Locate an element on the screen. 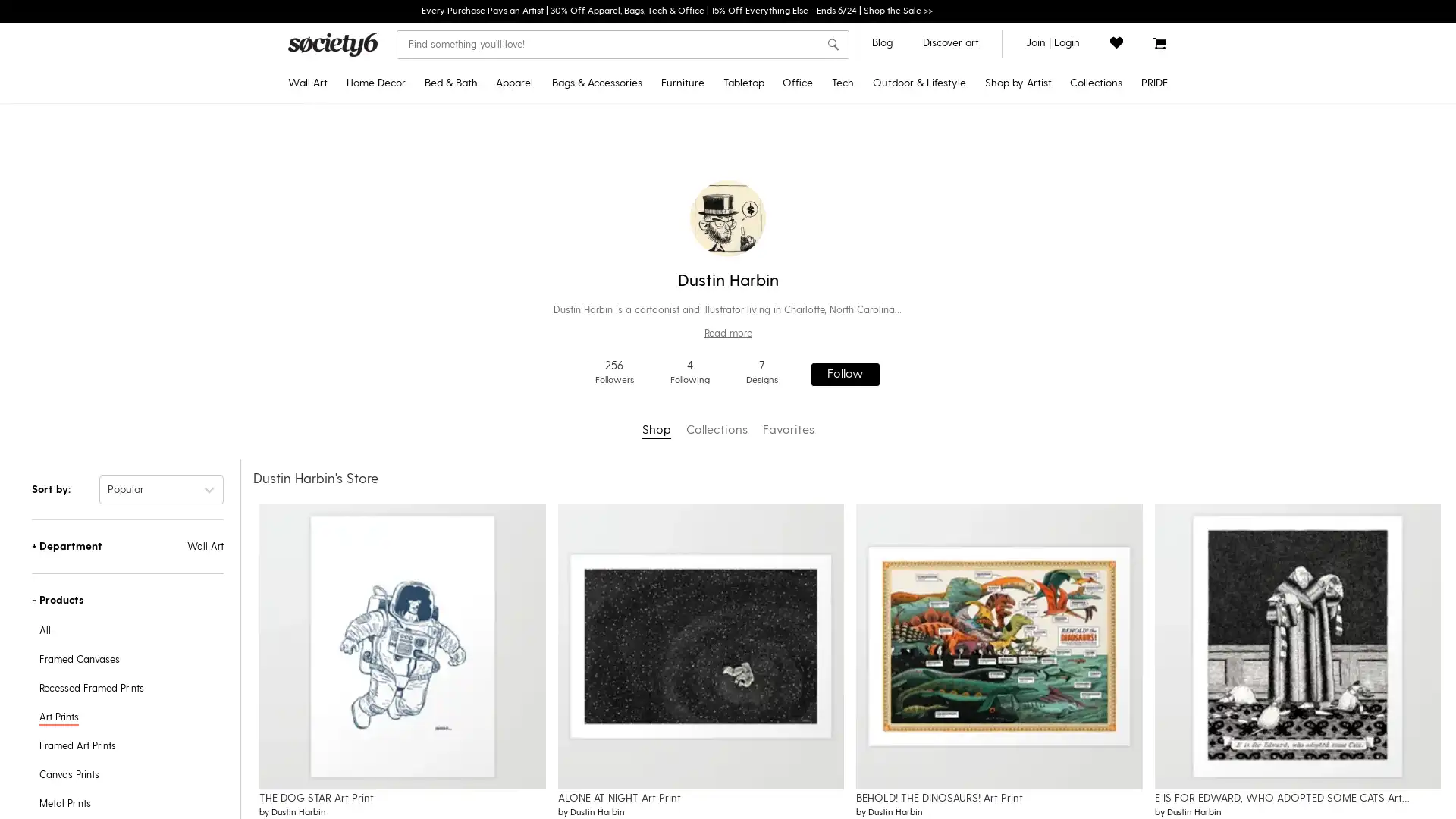  Throw Blankets is located at coordinates (404, 219).